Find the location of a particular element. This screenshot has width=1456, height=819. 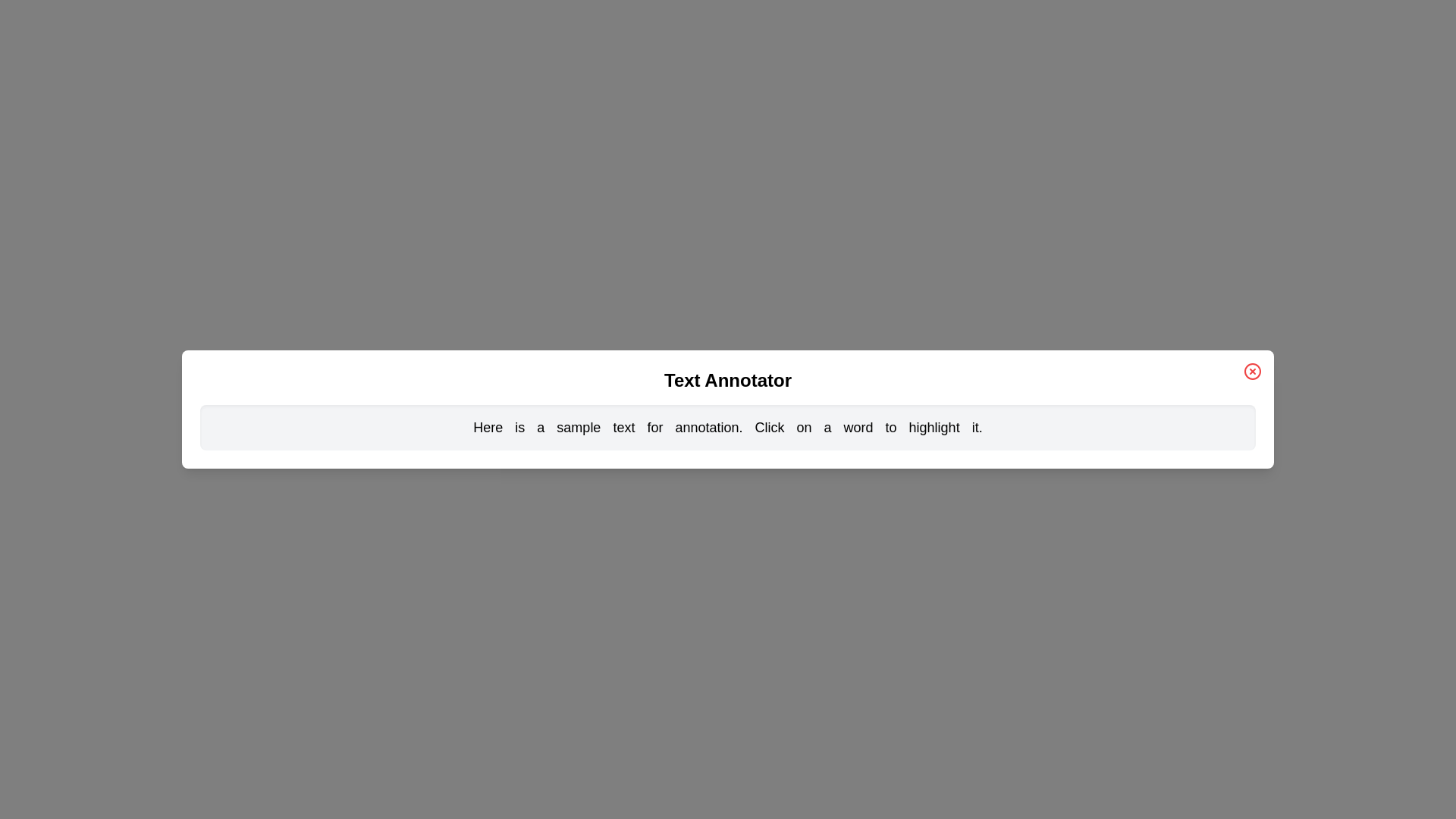

the word 'word' to toggle its highlighting is located at coordinates (858, 427).